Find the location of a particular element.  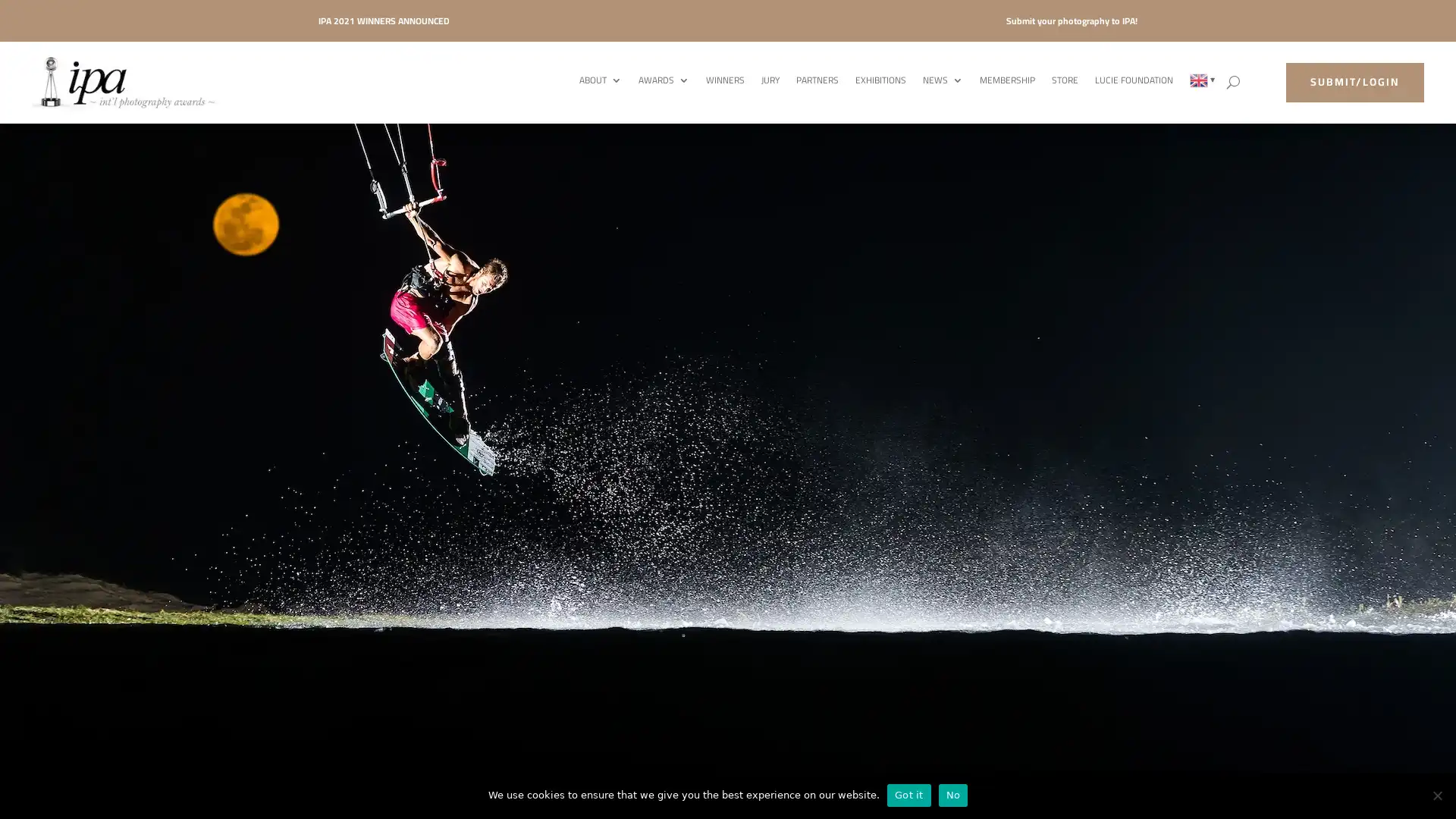

U is located at coordinates (1233, 82).